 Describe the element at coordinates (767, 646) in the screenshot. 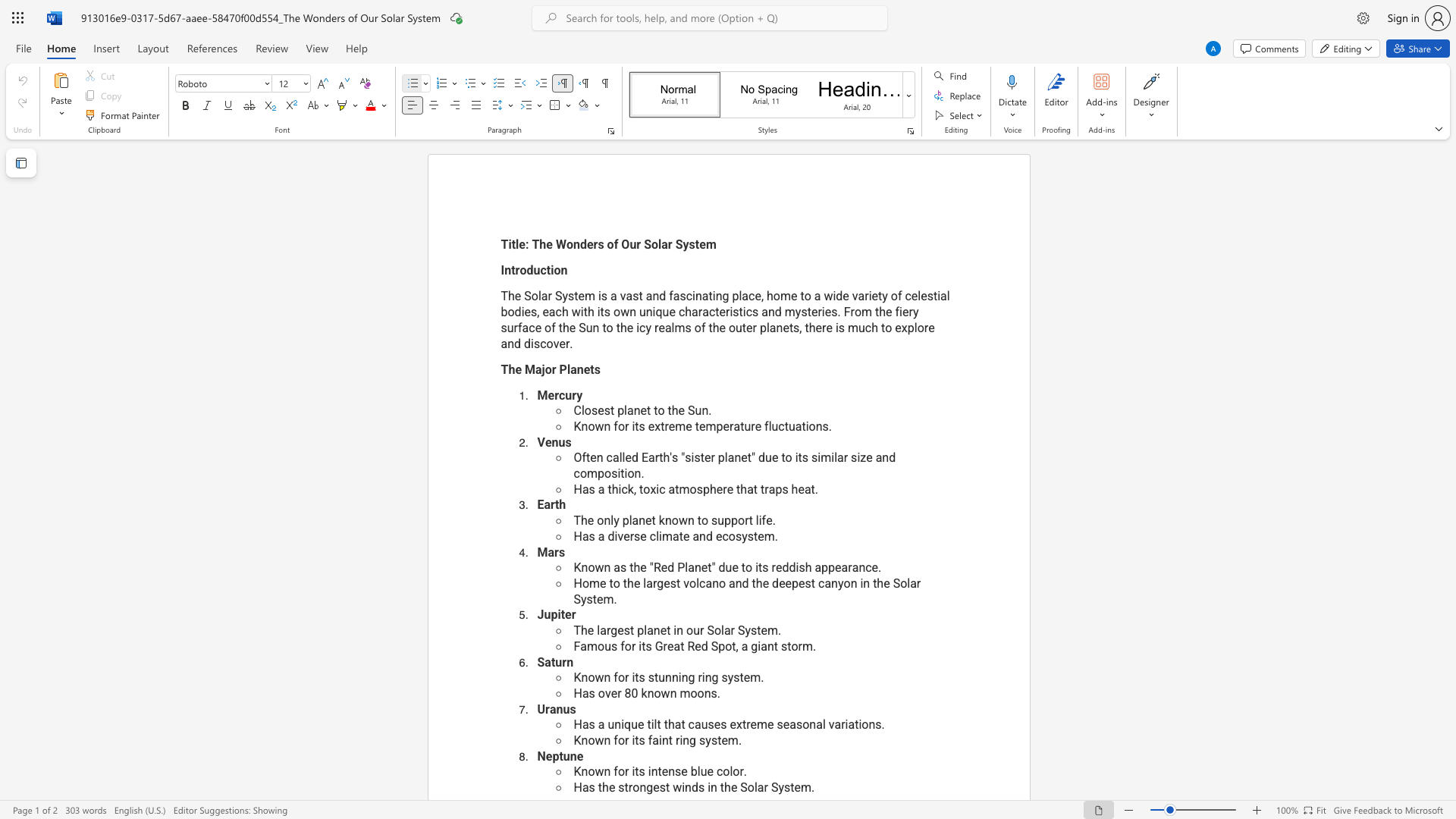

I see `the space between the continuous character "a" and "n" in the text` at that location.